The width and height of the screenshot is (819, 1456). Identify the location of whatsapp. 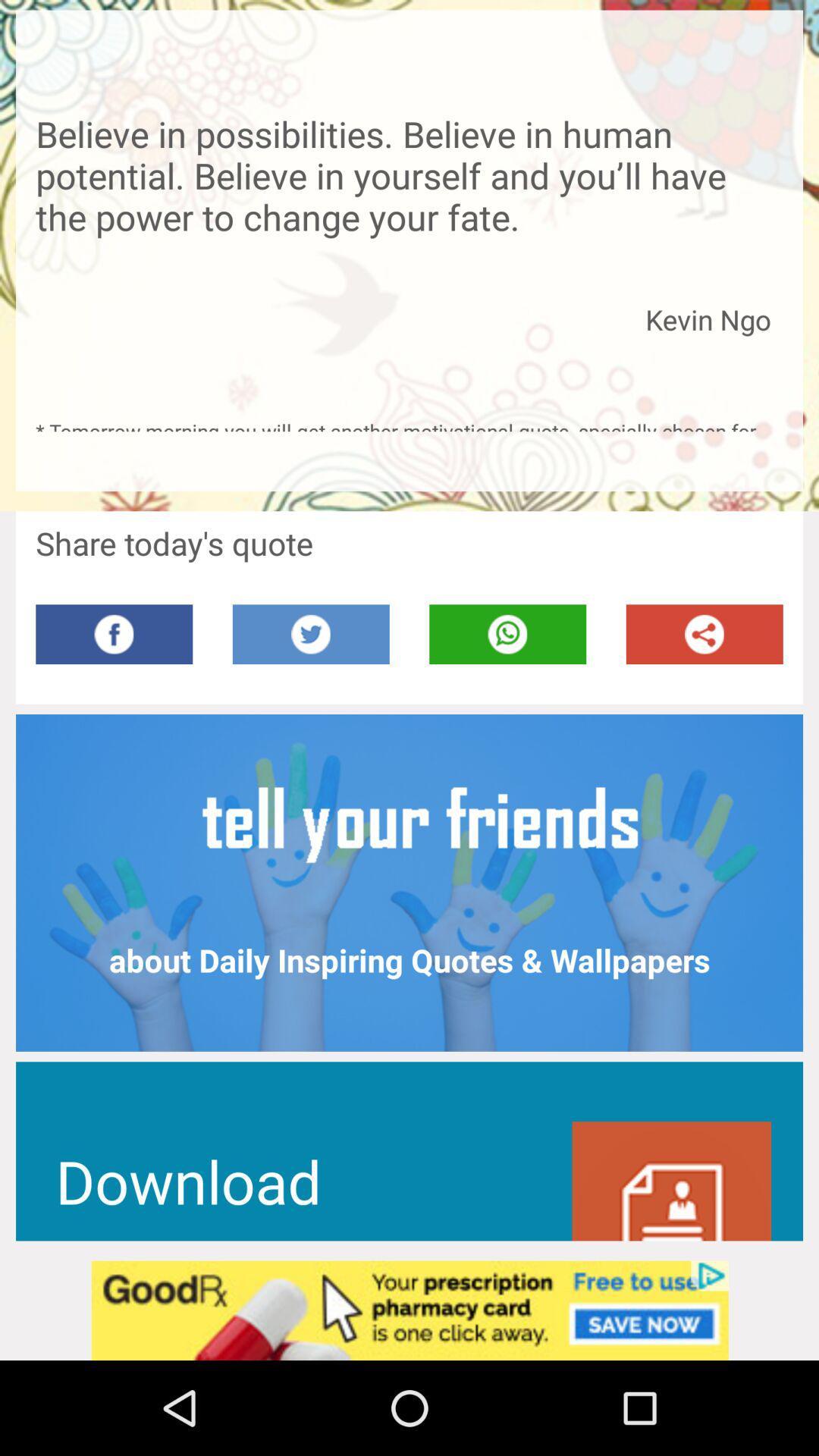
(507, 634).